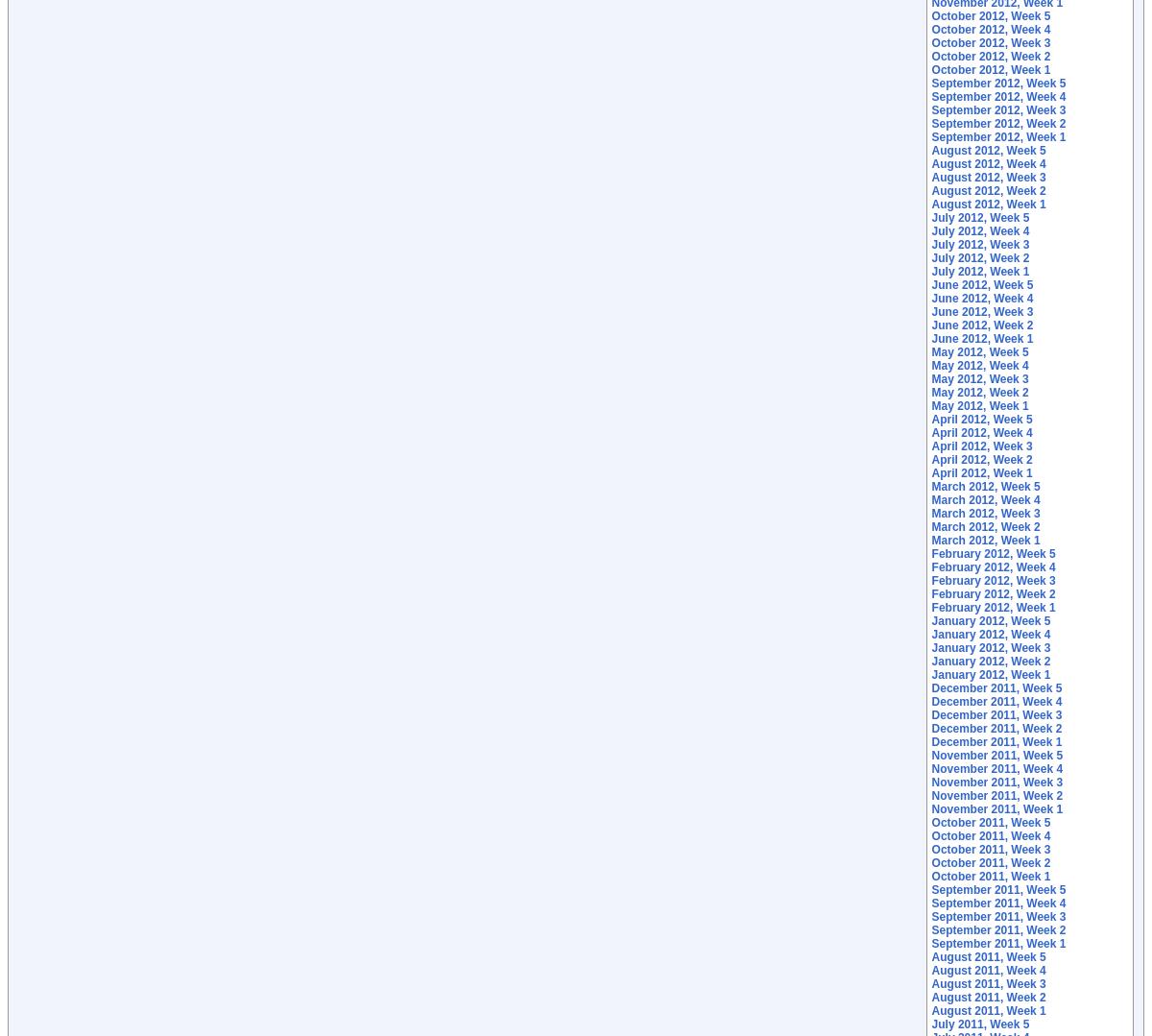 Image resolution: width=1152 pixels, height=1036 pixels. Describe the element at coordinates (998, 110) in the screenshot. I see `'September 2012, Week 3'` at that location.